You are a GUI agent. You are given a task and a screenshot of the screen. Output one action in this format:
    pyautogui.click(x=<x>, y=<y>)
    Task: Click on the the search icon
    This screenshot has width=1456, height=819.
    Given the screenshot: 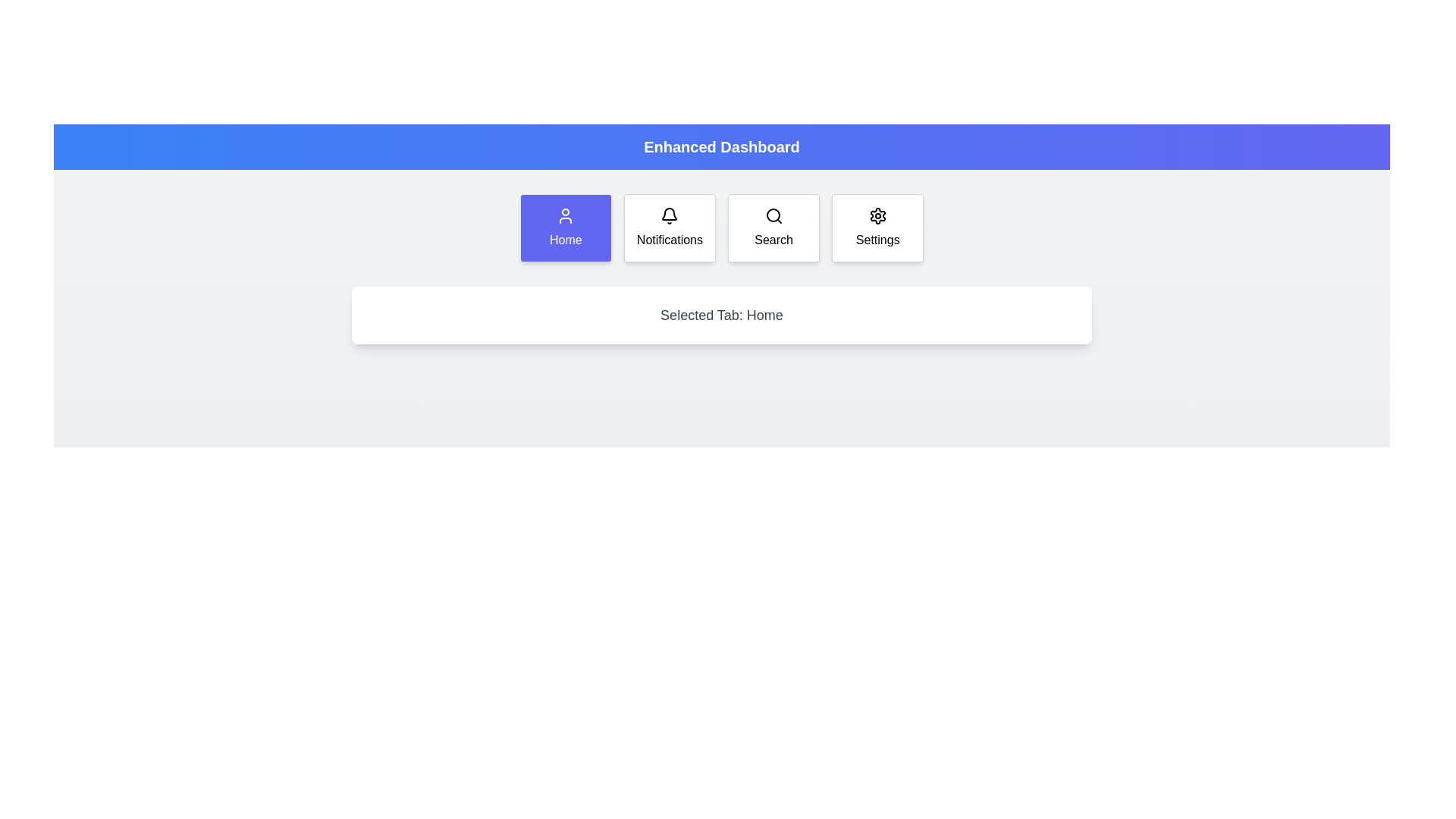 What is the action you would take?
    pyautogui.click(x=773, y=216)
    